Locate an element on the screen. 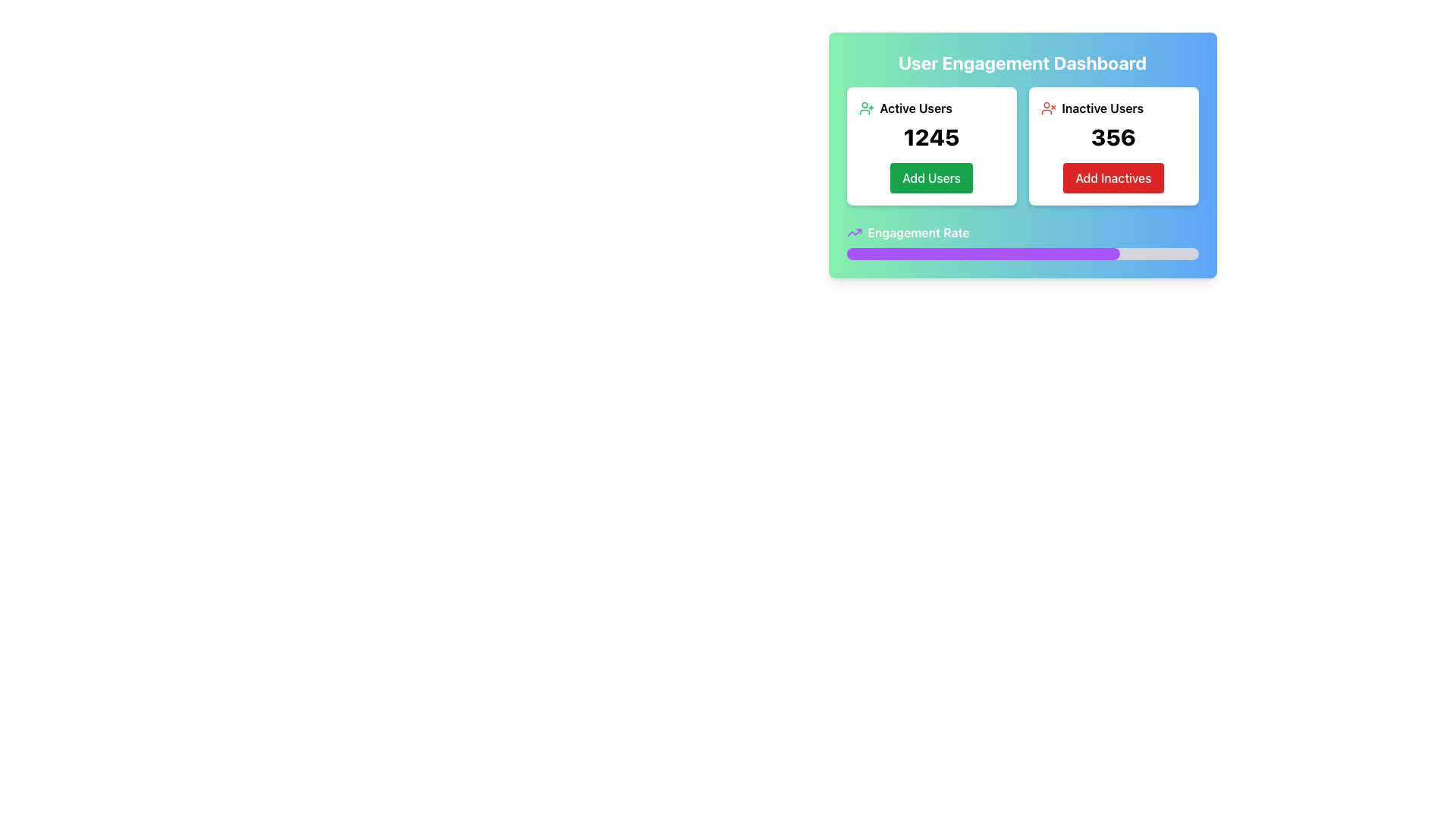 This screenshot has height=819, width=1456. the progress bar that visually depicts the engagement rate, located below the 'Engagement Rate' label in the dashboard is located at coordinates (1022, 253).